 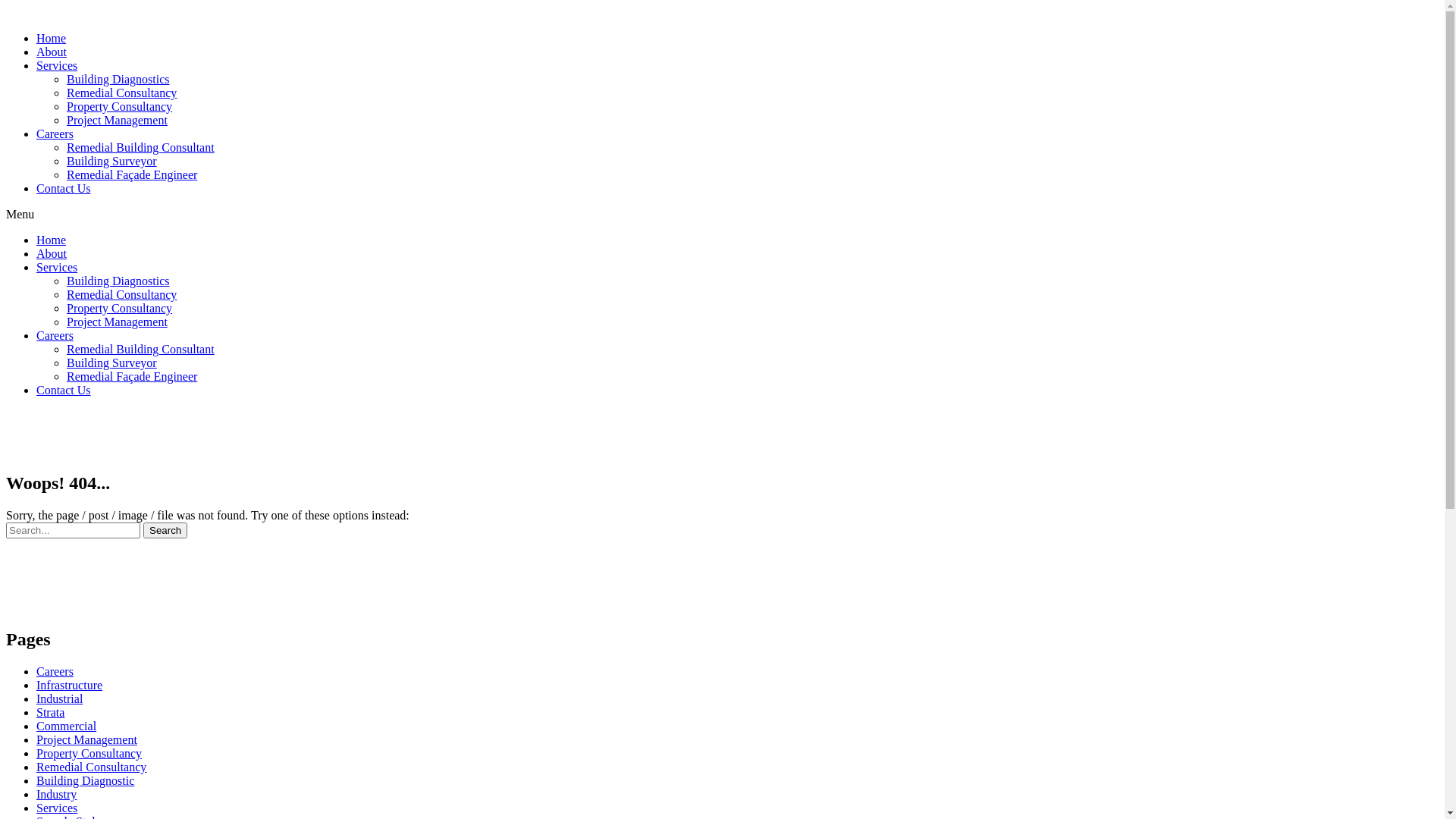 I want to click on 'Search', so click(x=72, y=529).